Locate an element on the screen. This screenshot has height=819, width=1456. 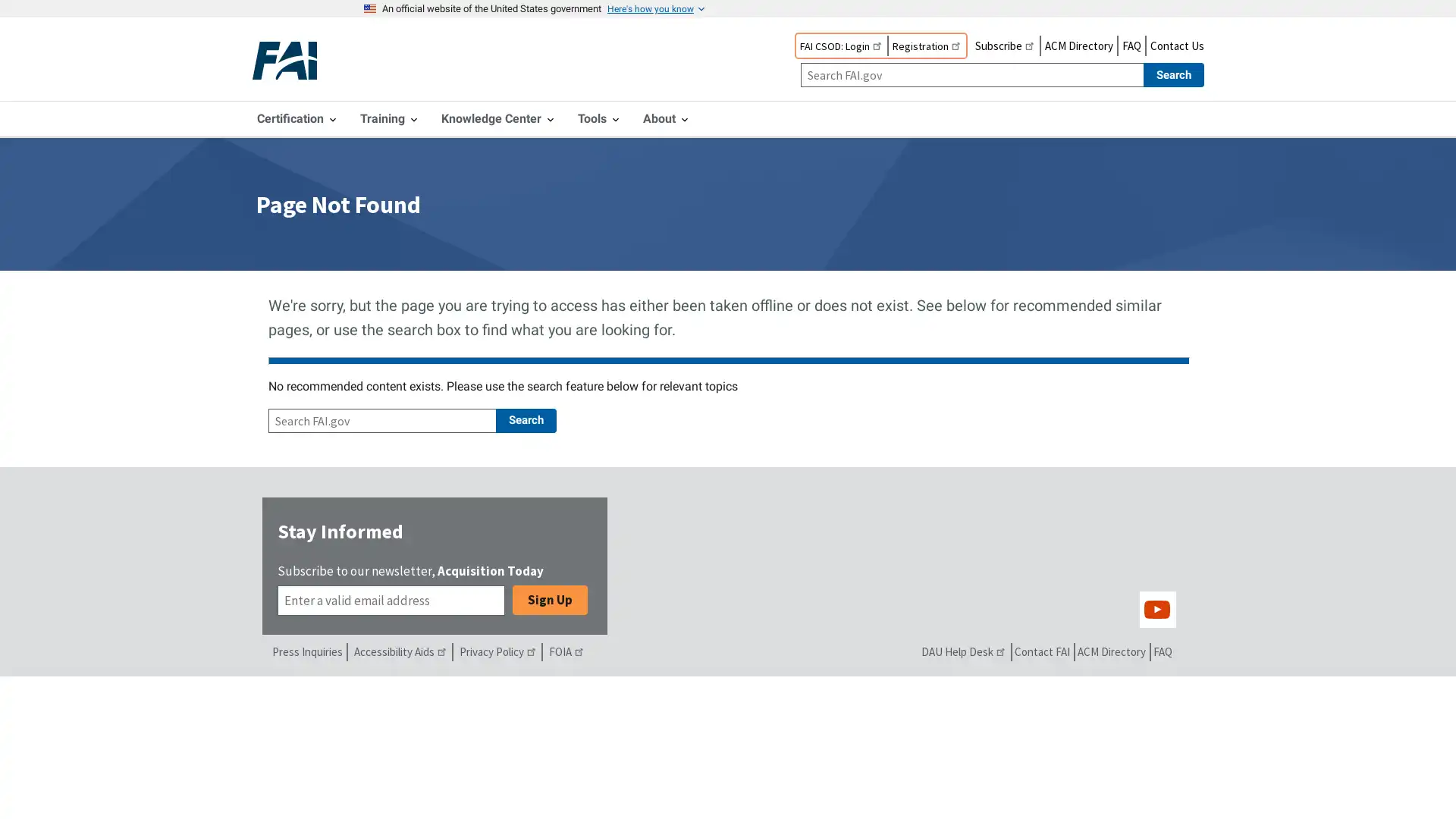
Here's how you know is located at coordinates (651, 8).